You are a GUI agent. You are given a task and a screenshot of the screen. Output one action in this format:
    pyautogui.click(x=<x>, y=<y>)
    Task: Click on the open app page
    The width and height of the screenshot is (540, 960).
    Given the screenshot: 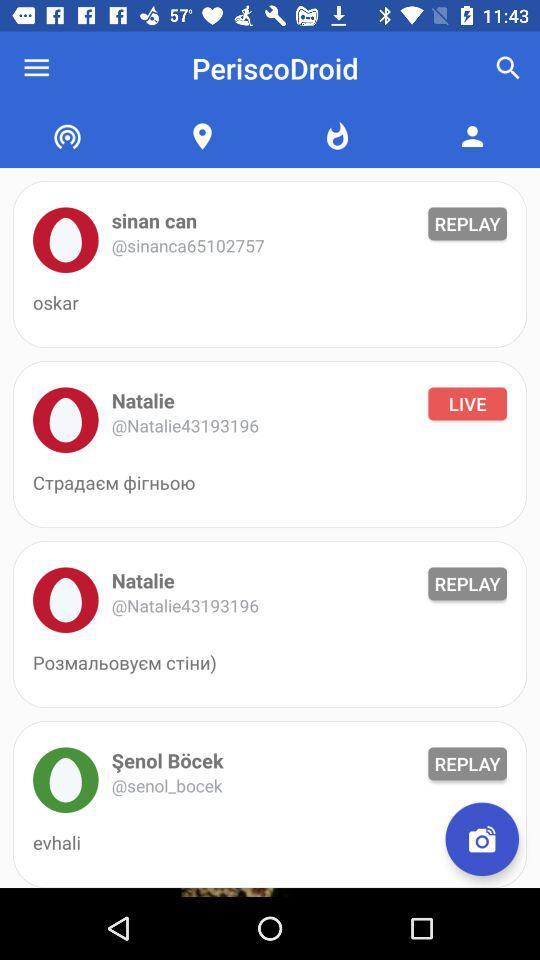 What is the action you would take?
    pyautogui.click(x=65, y=779)
    